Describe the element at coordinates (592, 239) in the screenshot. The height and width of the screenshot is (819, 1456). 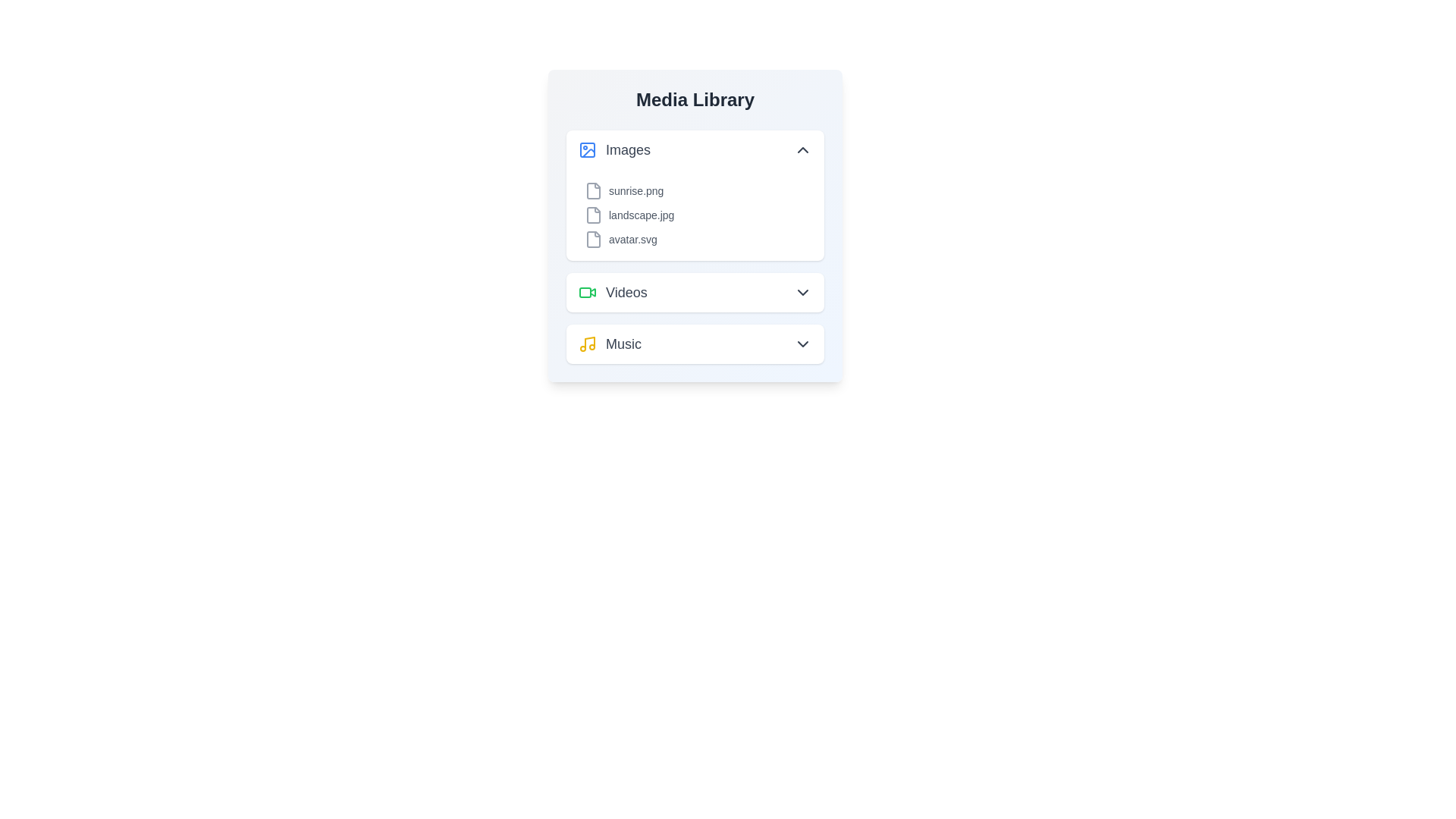
I see `the file or document type icon located below the corner fold line of a document icon in the 'Images' list` at that location.